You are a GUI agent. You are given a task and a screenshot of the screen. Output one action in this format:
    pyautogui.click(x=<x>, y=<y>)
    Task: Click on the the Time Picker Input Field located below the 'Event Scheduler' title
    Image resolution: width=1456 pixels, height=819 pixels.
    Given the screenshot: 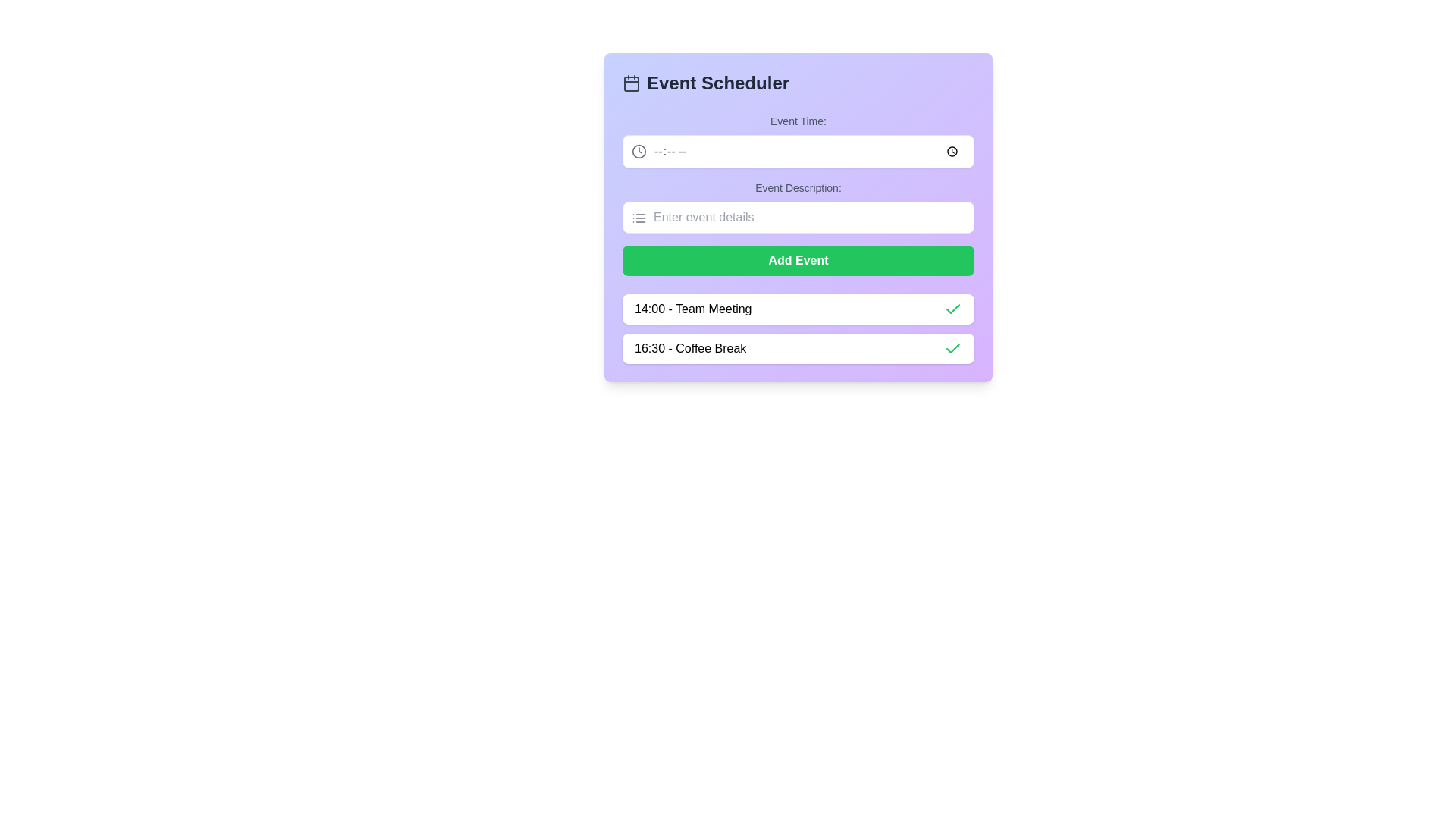 What is the action you would take?
    pyautogui.click(x=797, y=140)
    